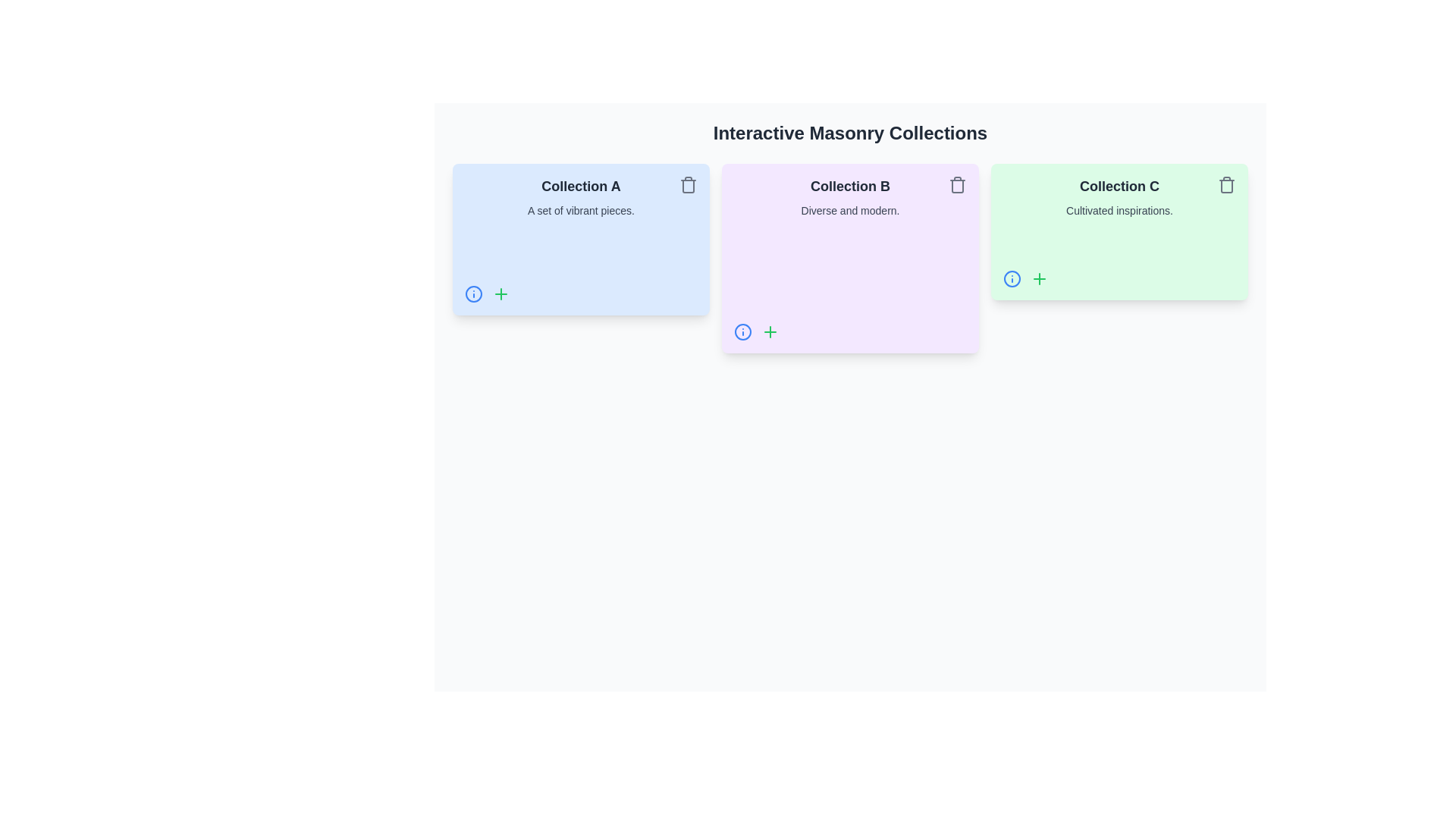 This screenshot has width=1456, height=819. Describe the element at coordinates (687, 184) in the screenshot. I see `the deletion button icon located at the top-right corner of 'Collection A' card to change its color` at that location.